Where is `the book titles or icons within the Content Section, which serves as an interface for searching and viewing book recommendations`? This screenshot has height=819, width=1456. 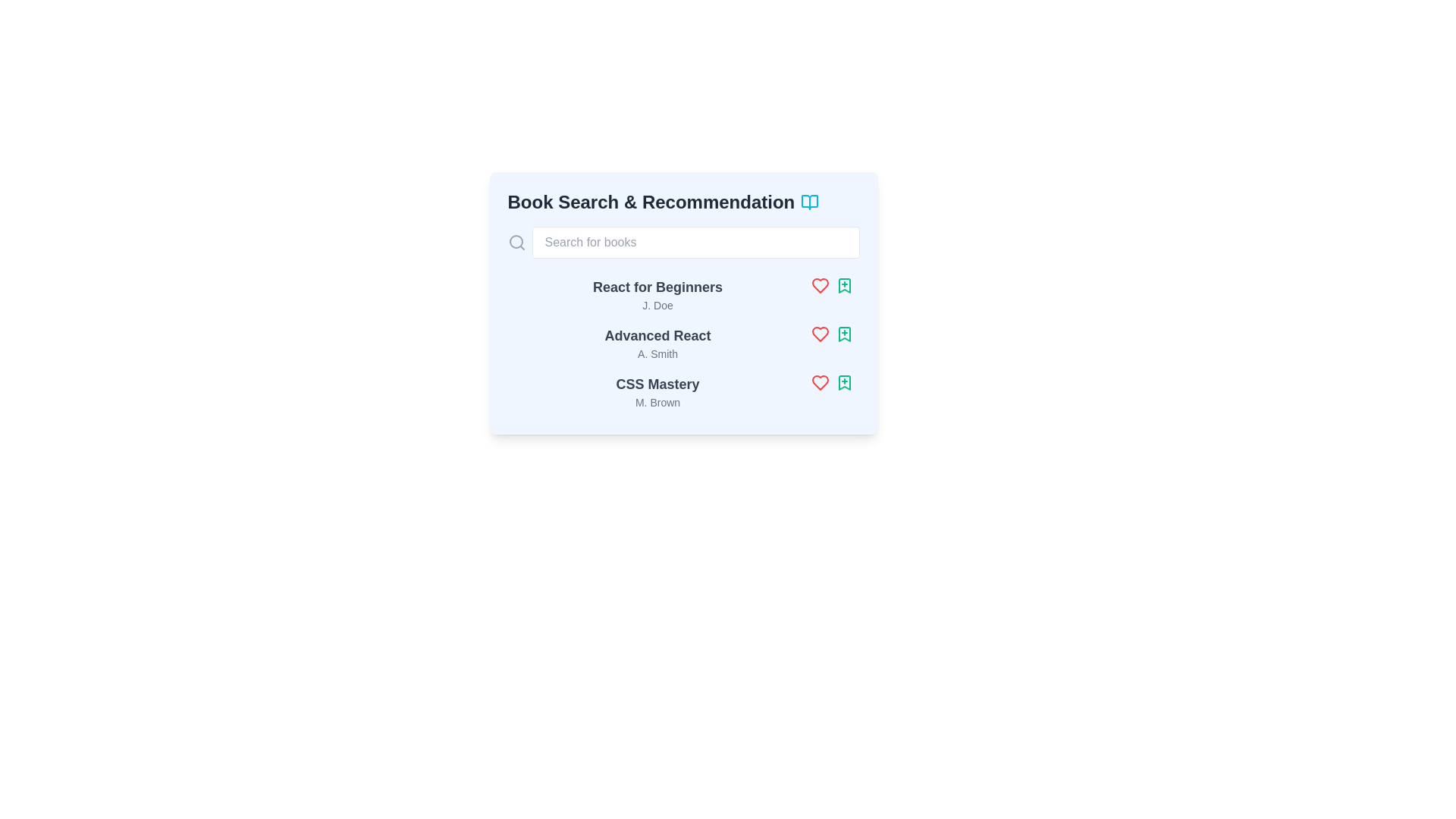 the book titles or icons within the Content Section, which serves as an interface for searching and viewing book recommendations is located at coordinates (682, 303).